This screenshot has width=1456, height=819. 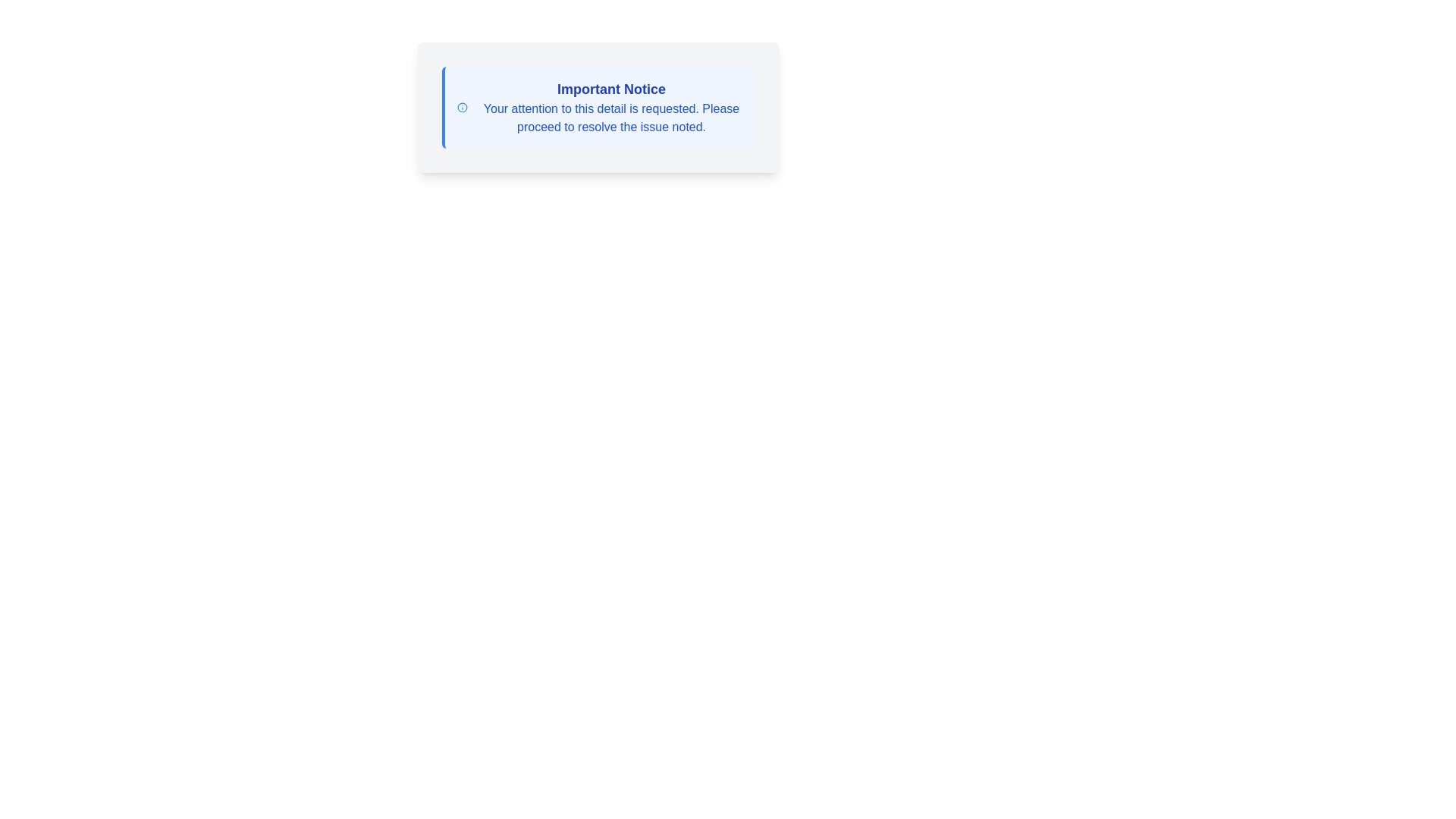 I want to click on the notification message text located in the light blue styled notification box, so click(x=611, y=107).